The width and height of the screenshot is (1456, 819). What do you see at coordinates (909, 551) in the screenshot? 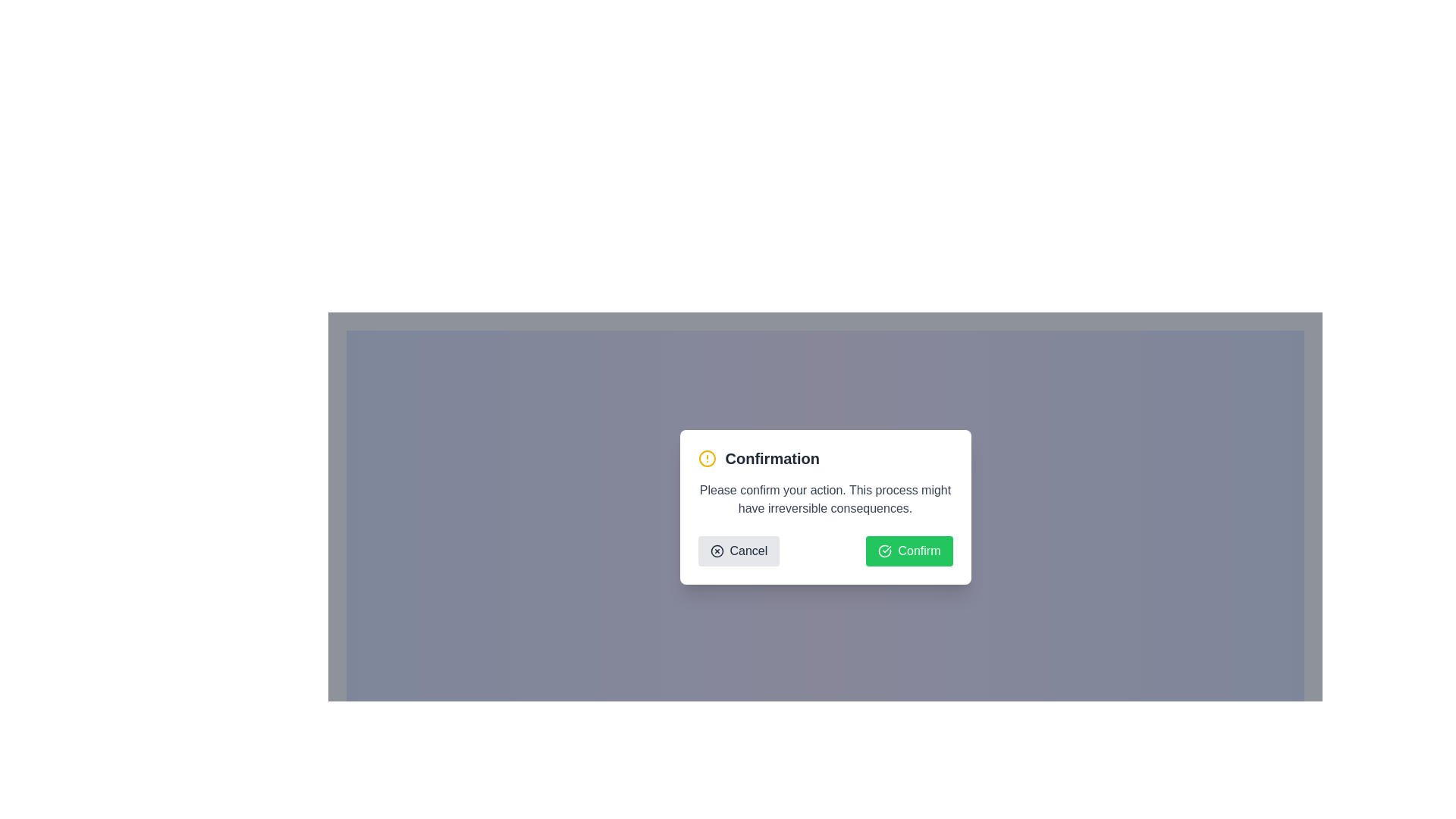
I see `the green 'Confirm' button with white text and a check icon located at the bottom-right corner of the modal, to confirm the action` at bounding box center [909, 551].